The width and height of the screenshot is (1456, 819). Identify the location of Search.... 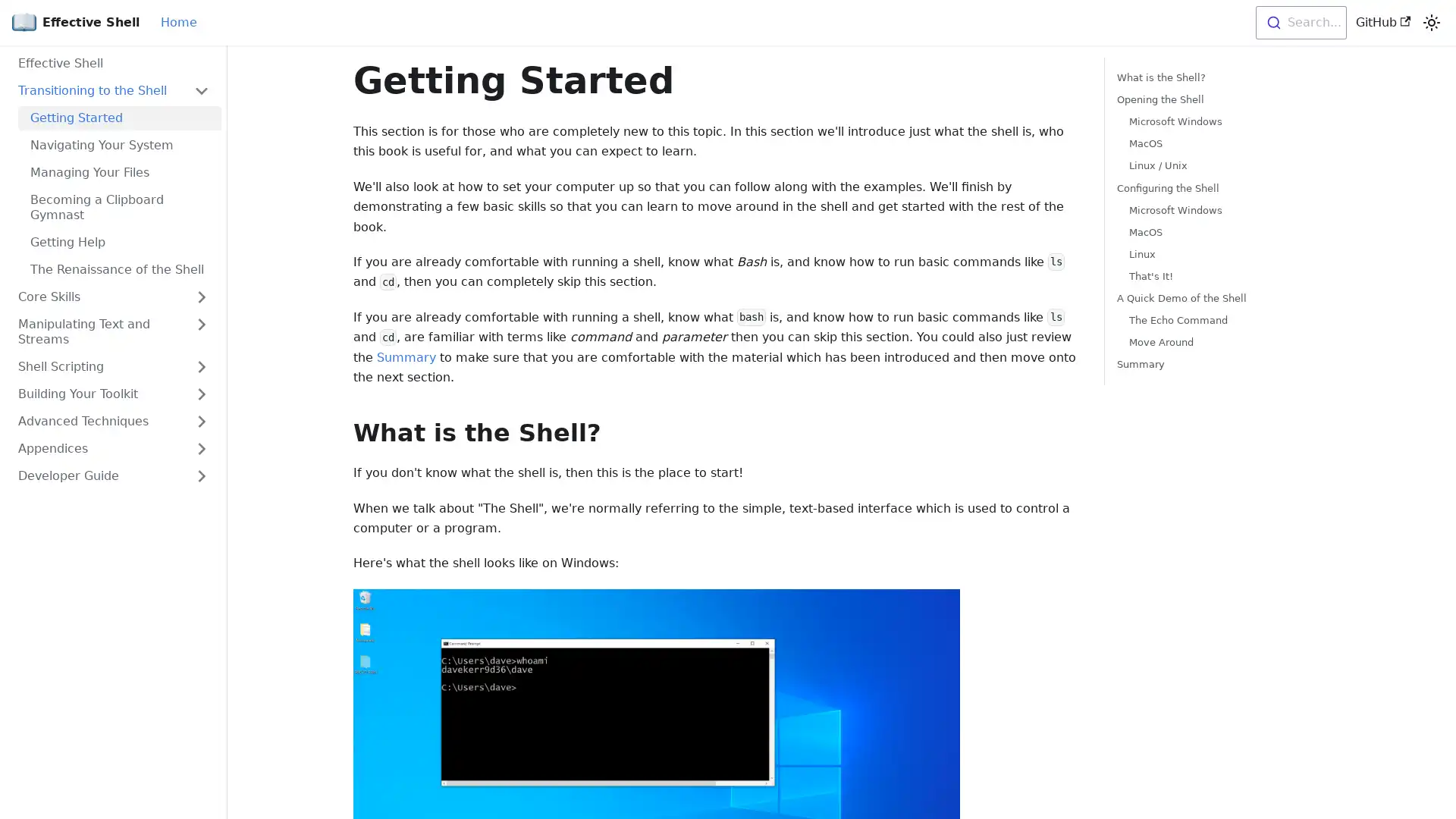
(1299, 23).